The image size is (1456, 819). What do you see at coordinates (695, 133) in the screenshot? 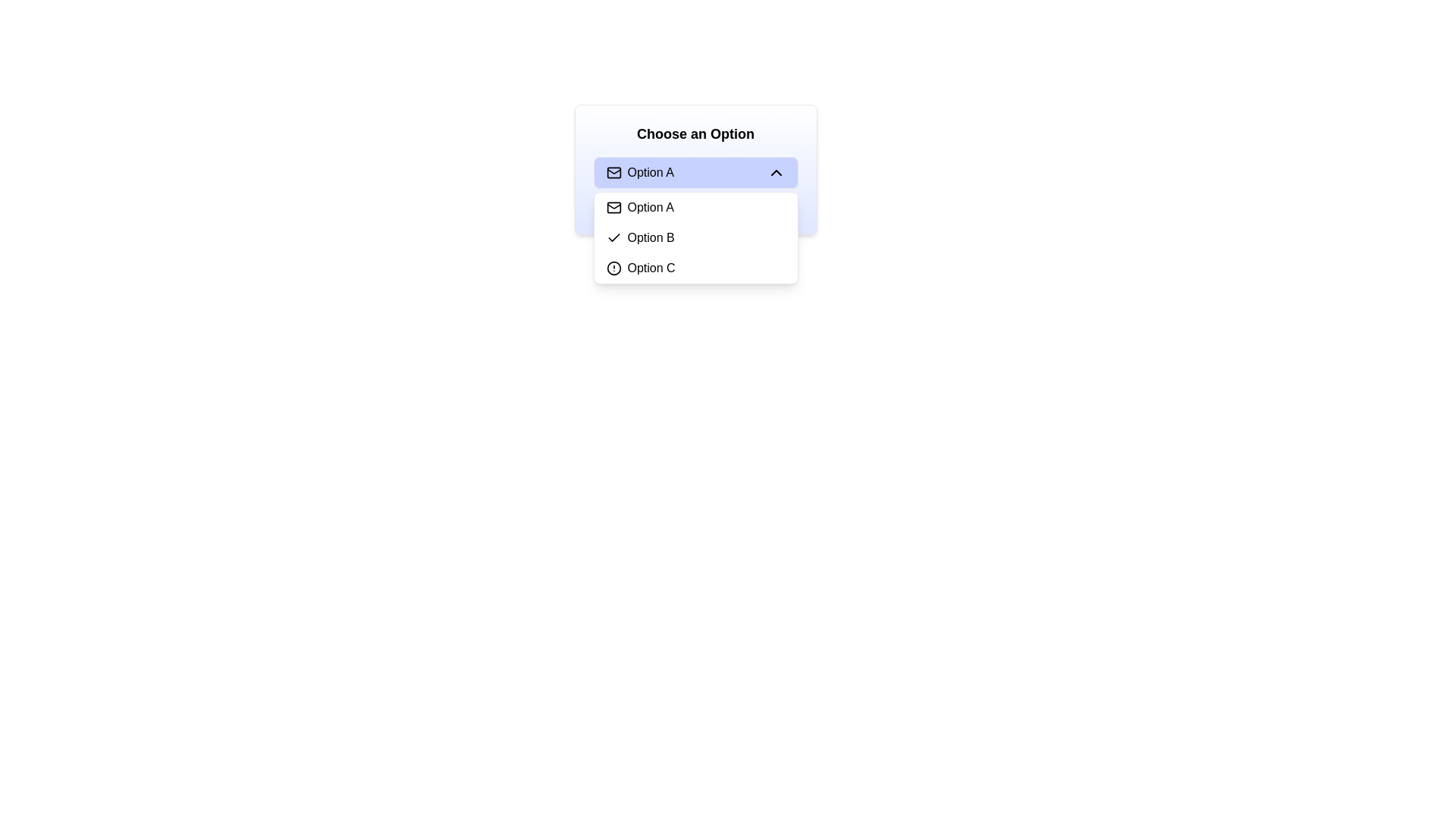
I see `the text heading element that reads 'Choose an Option', which is styled with a bold and large font and positioned above the dropdown options` at bounding box center [695, 133].